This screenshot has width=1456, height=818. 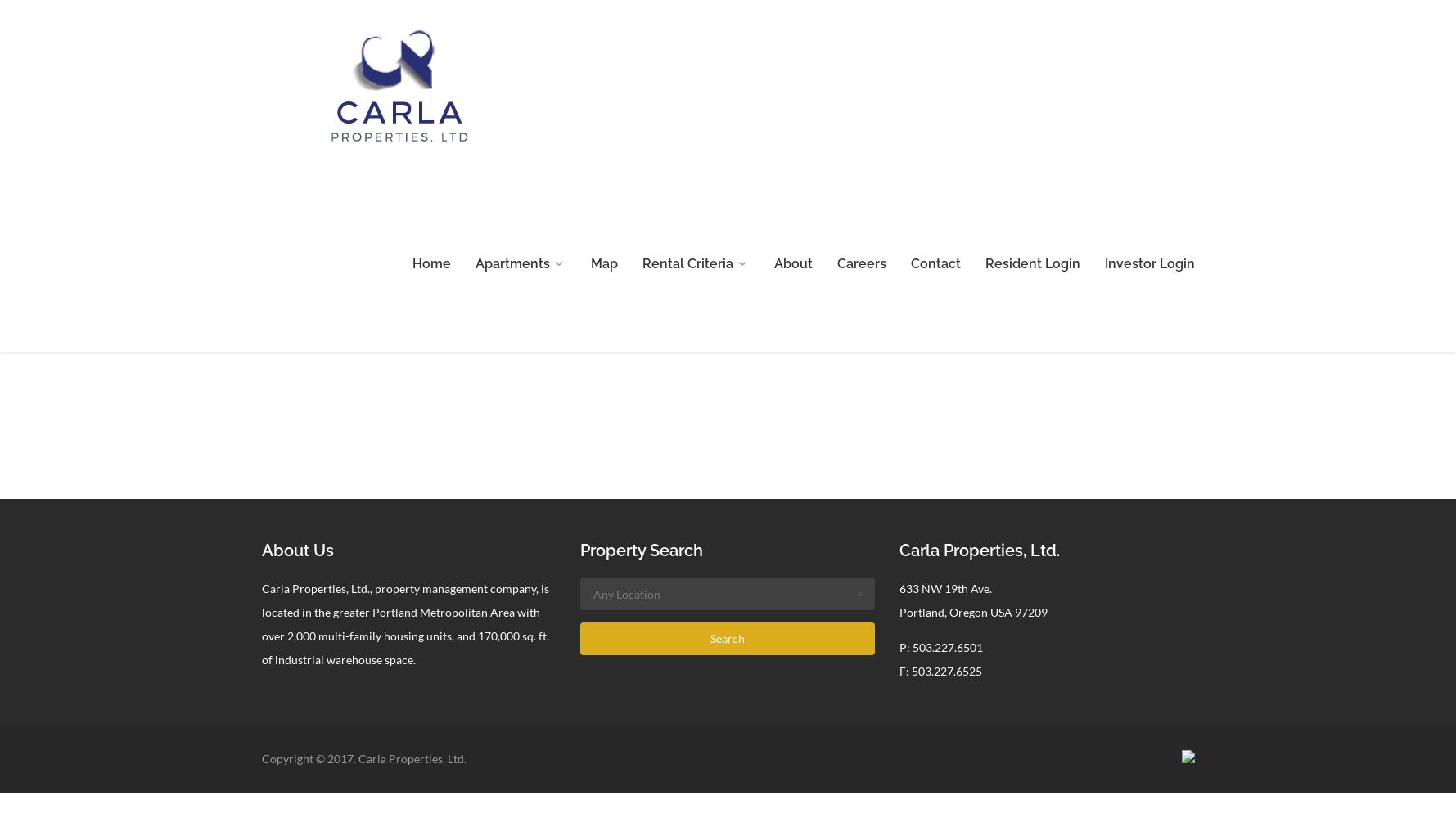 I want to click on 'Copyright © 2017. Carla Properties, Ltd.', so click(x=260, y=758).